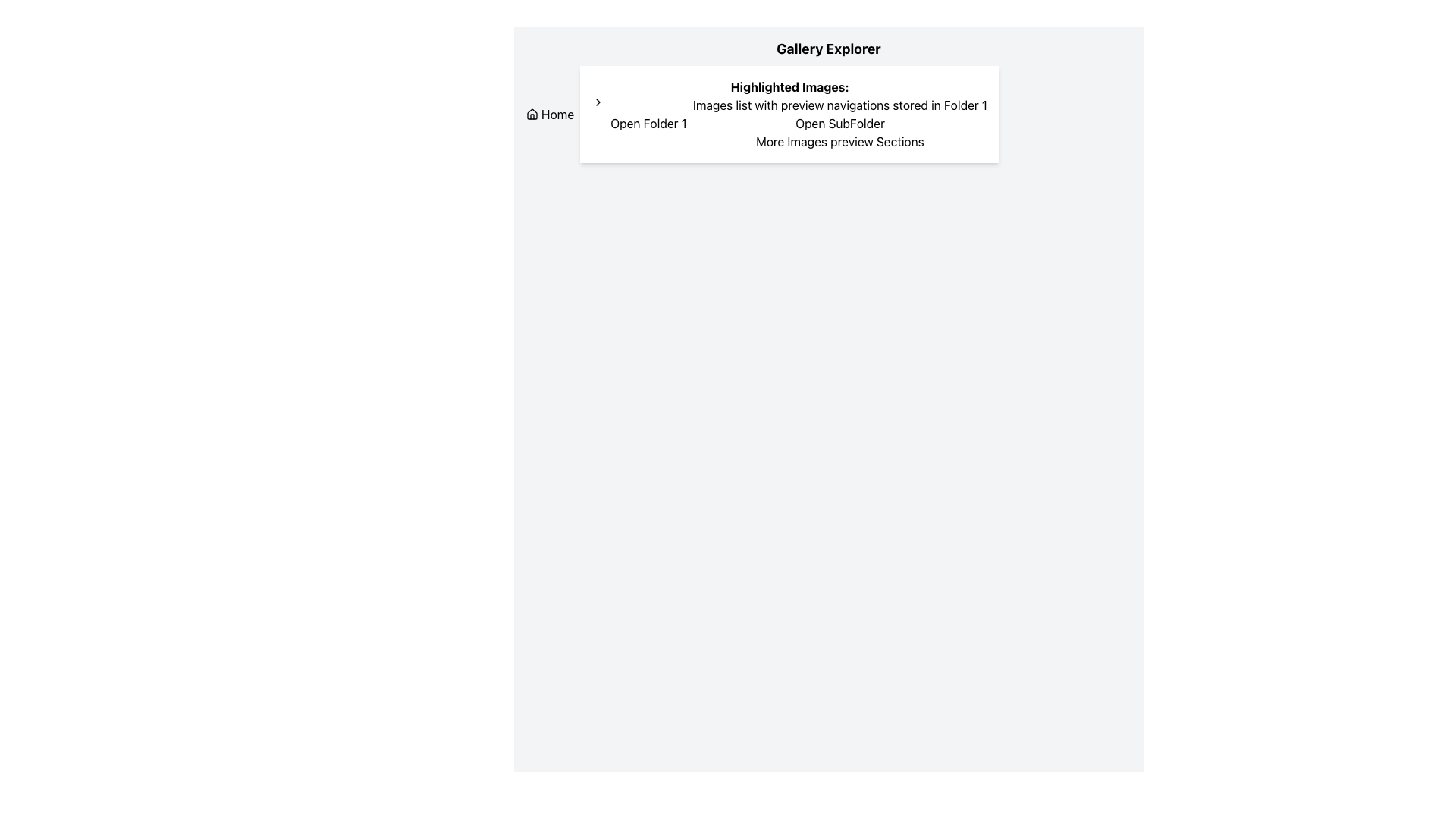 Image resolution: width=1456 pixels, height=819 pixels. Describe the element at coordinates (839, 122) in the screenshot. I see `textual information from the composite UI component that includes a title and supplementary information, located at the upper center of the interface` at that location.